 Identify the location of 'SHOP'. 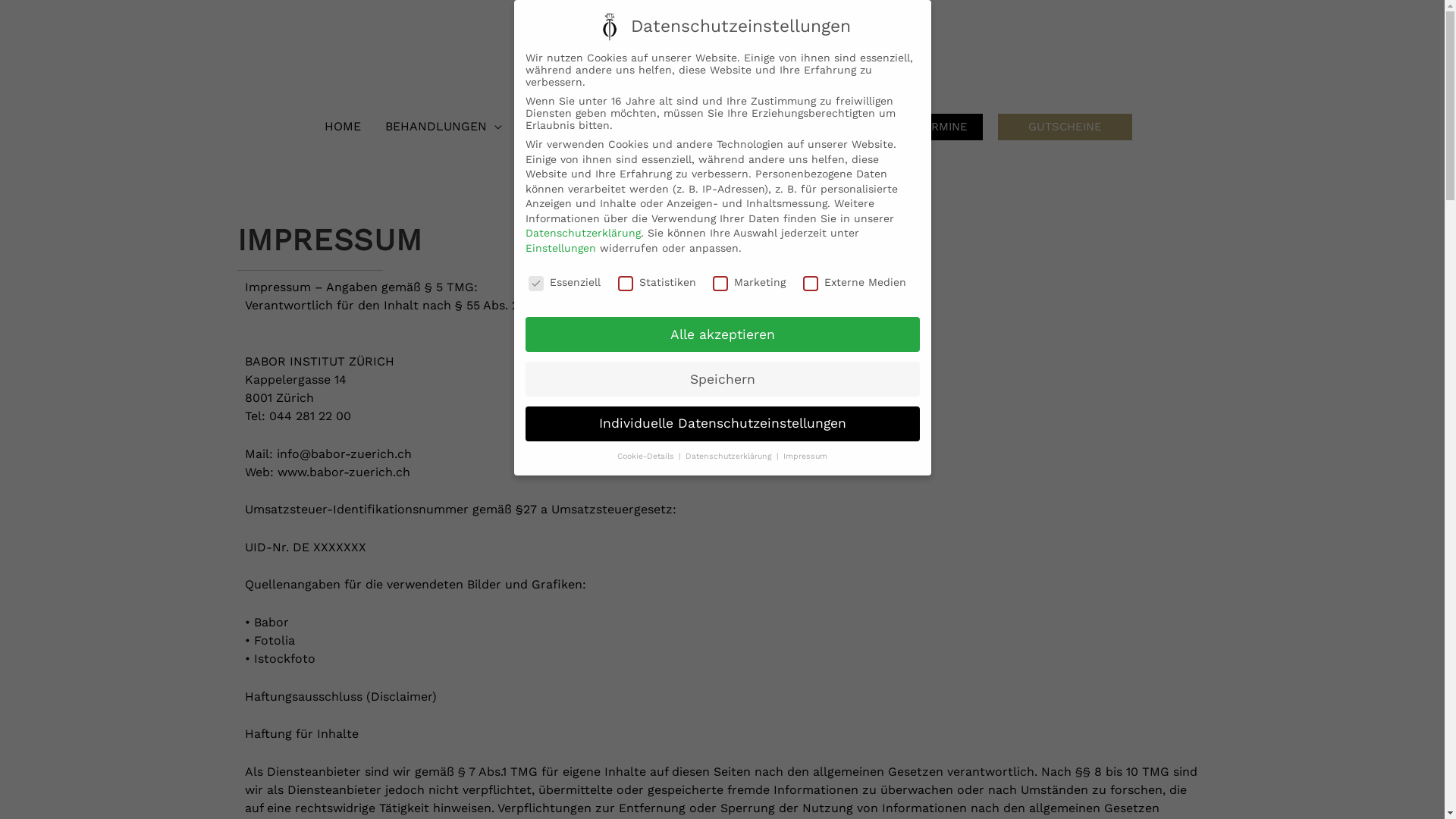
(858, 125).